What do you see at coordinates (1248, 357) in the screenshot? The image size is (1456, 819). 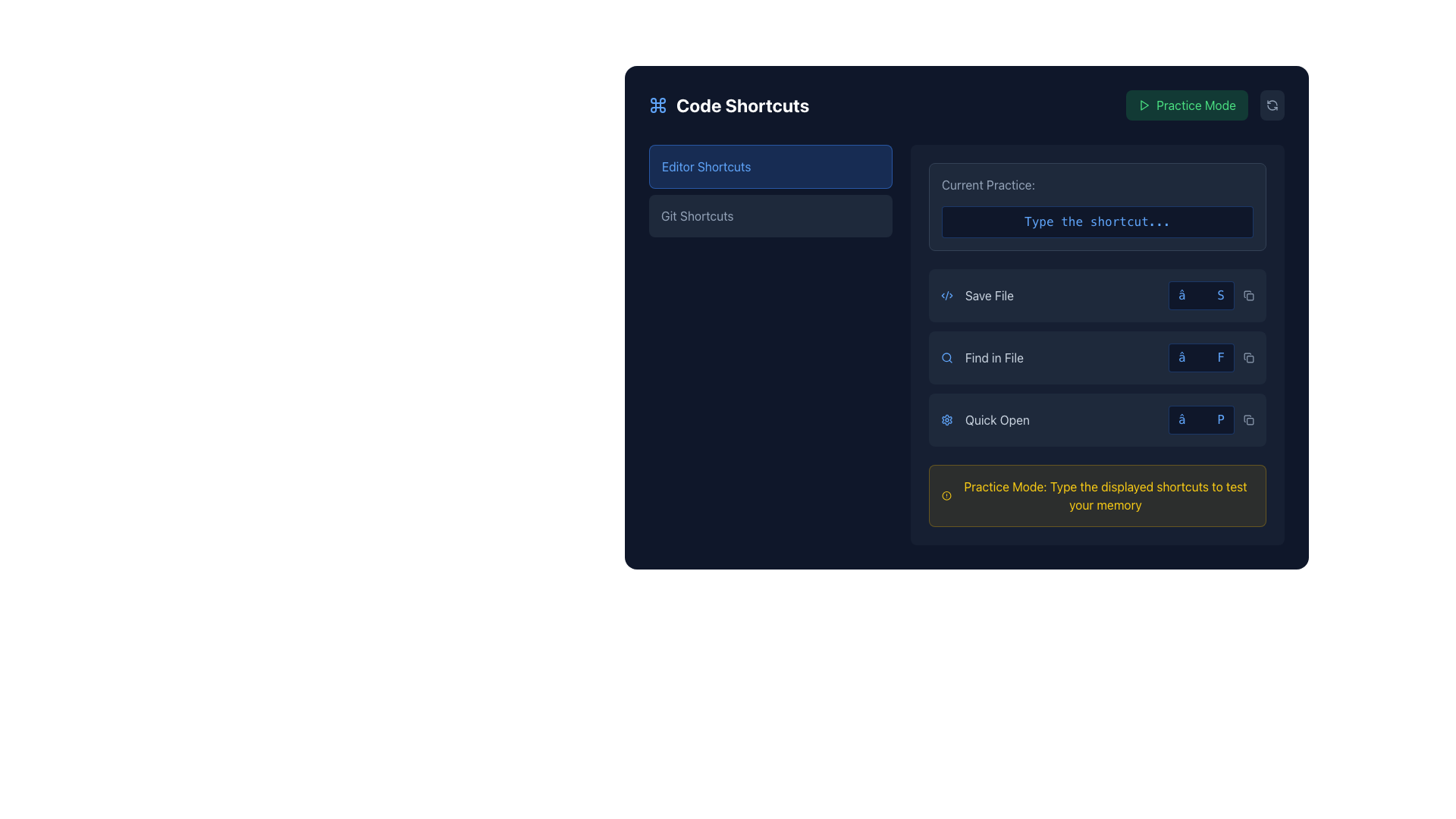 I see `the button located to the right of the keyboard shortcut display ('⌘ F')` at bounding box center [1248, 357].